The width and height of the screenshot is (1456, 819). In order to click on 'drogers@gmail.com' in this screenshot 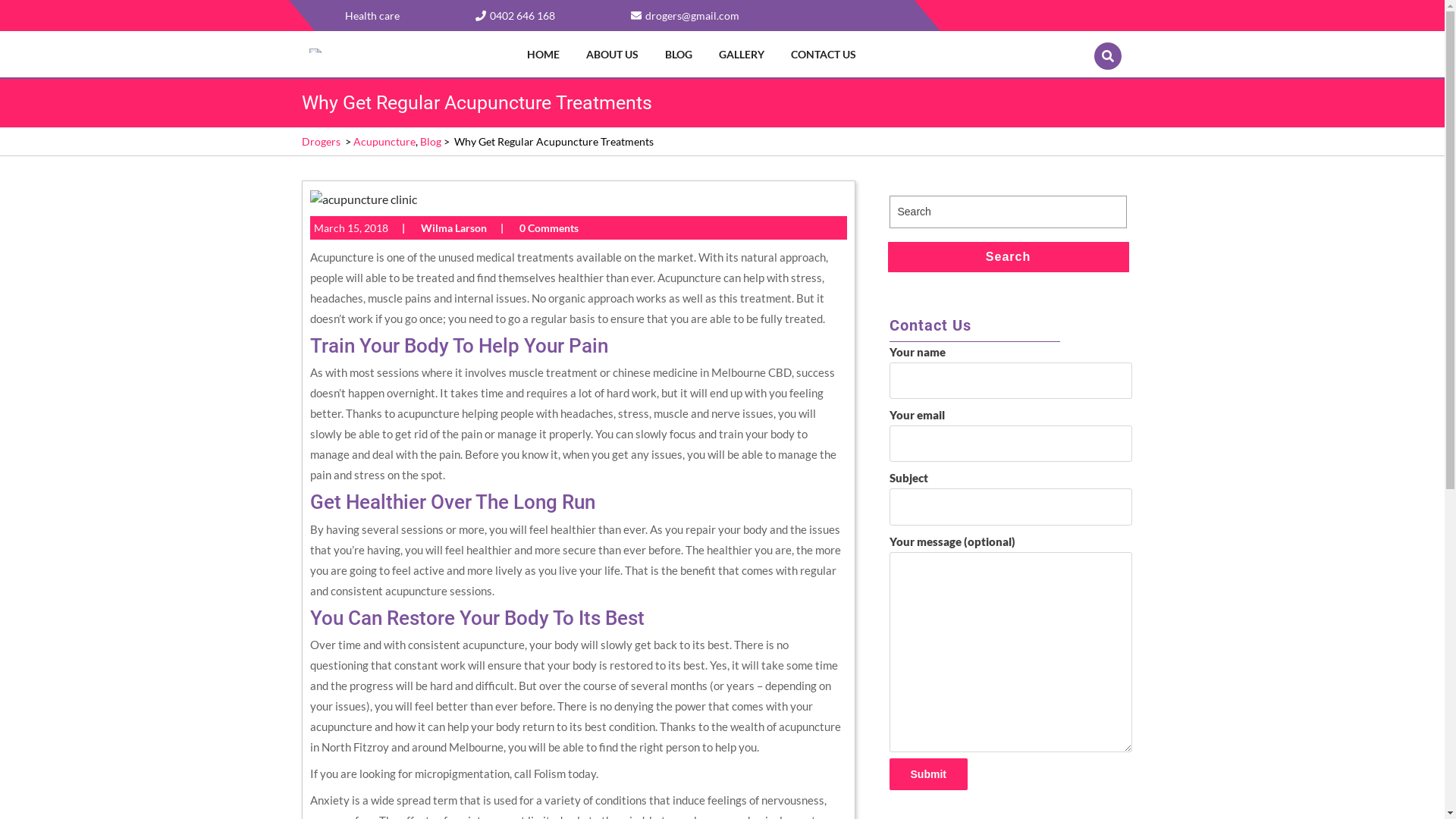, I will do `click(691, 15)`.